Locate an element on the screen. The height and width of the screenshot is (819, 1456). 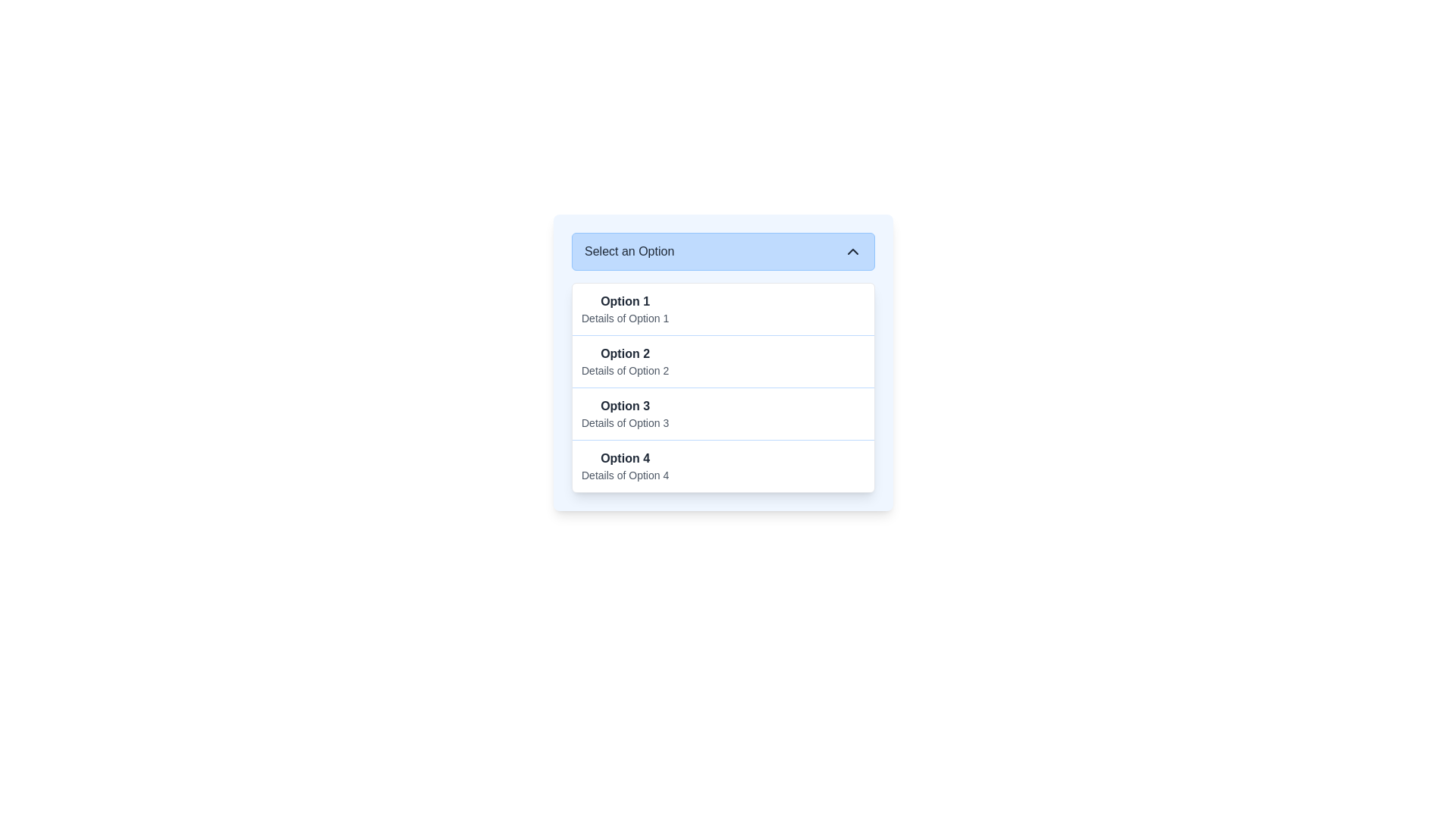
the text label reading 'Details of Option 4', which is styled in a smaller font size and lighter gray color, located directly below the main label 'Option 4' in the dropdown menu is located at coordinates (625, 475).